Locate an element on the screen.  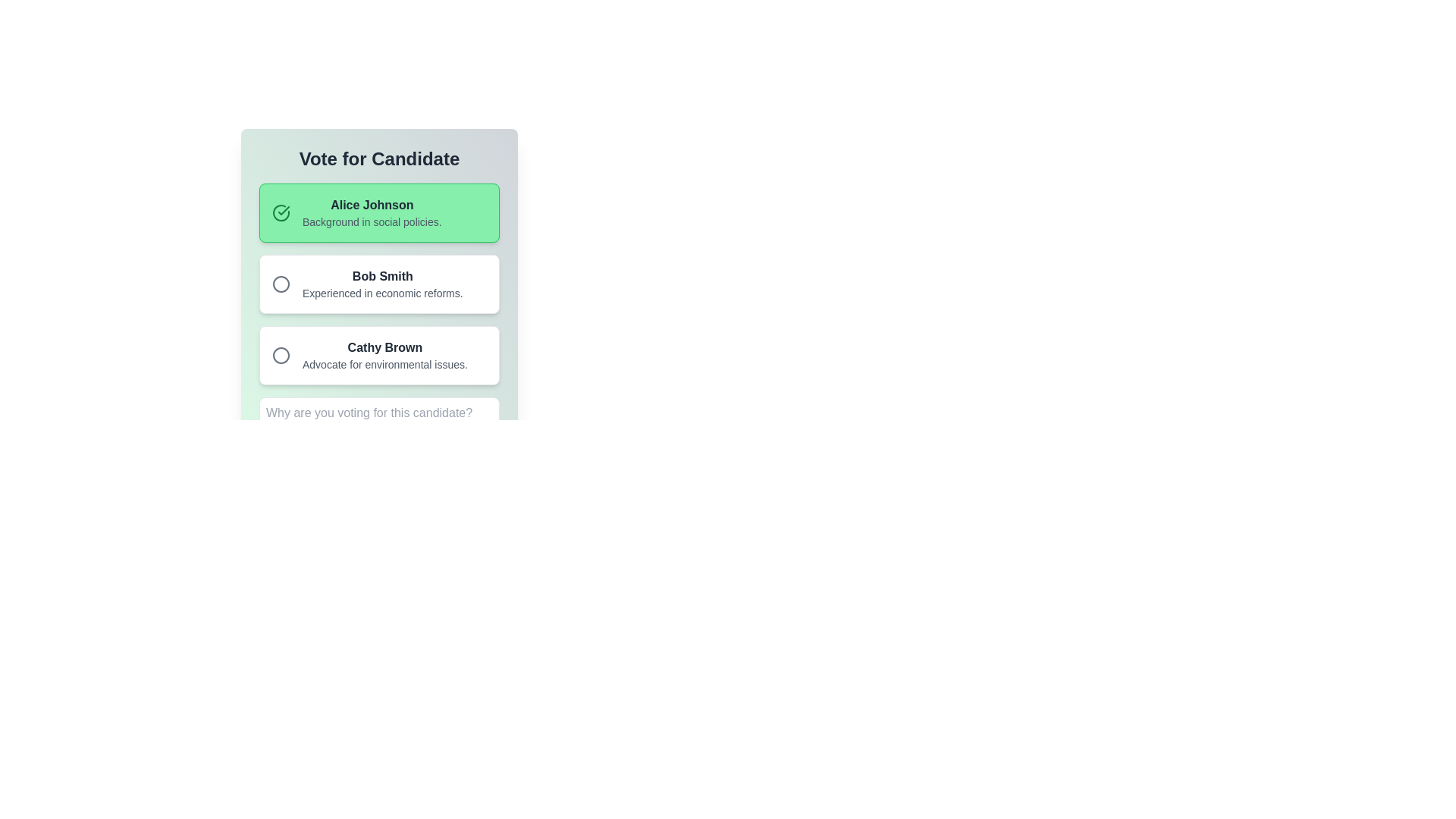
the Option Card for 'Cathy Brown', which is the third card in the 'Vote for Candidate' section is located at coordinates (379, 356).